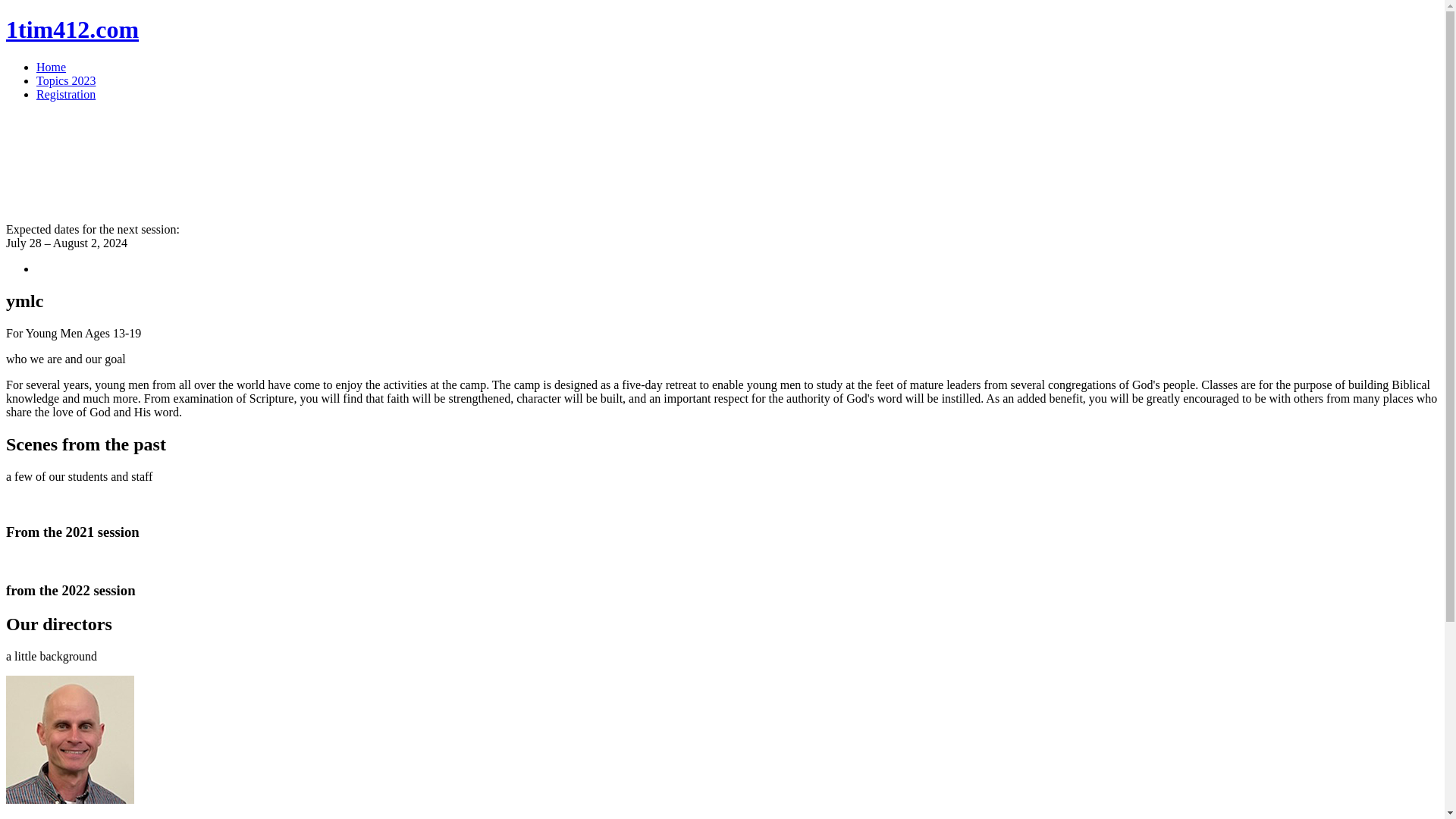  What do you see at coordinates (71, 29) in the screenshot?
I see `'1tim412.com'` at bounding box center [71, 29].